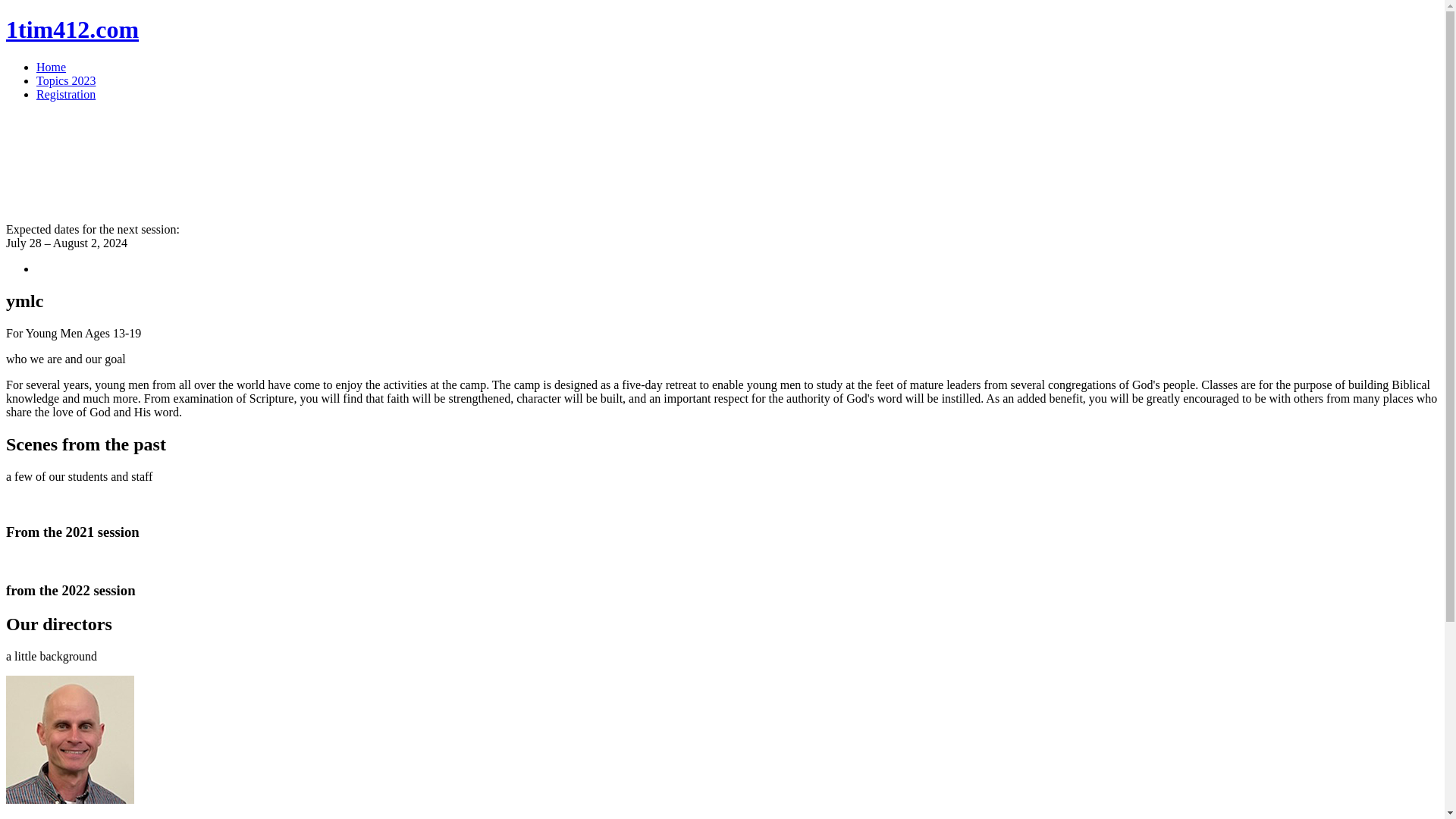  What do you see at coordinates (71, 29) in the screenshot?
I see `'1tim412.com'` at bounding box center [71, 29].